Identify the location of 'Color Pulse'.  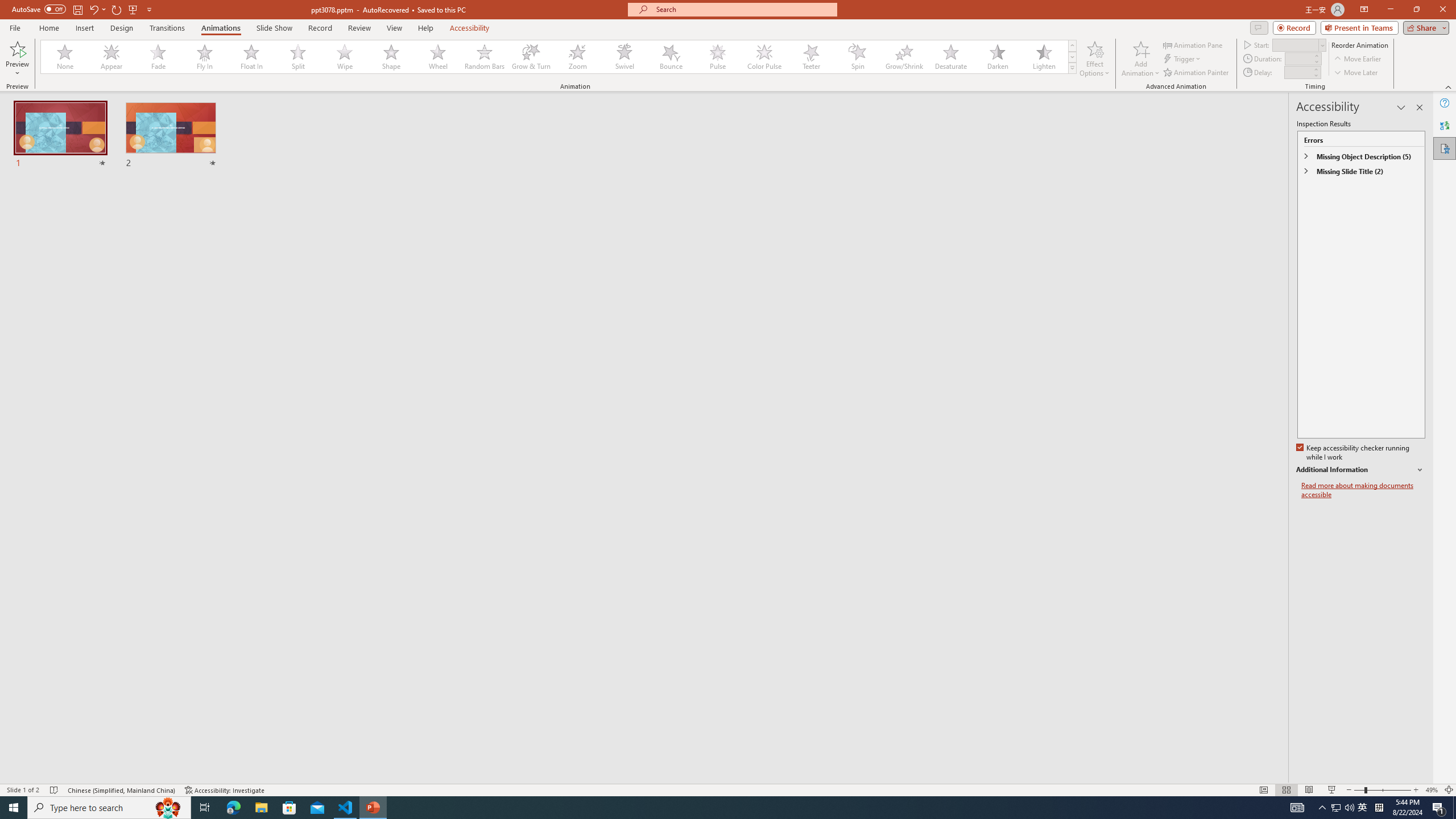
(764, 56).